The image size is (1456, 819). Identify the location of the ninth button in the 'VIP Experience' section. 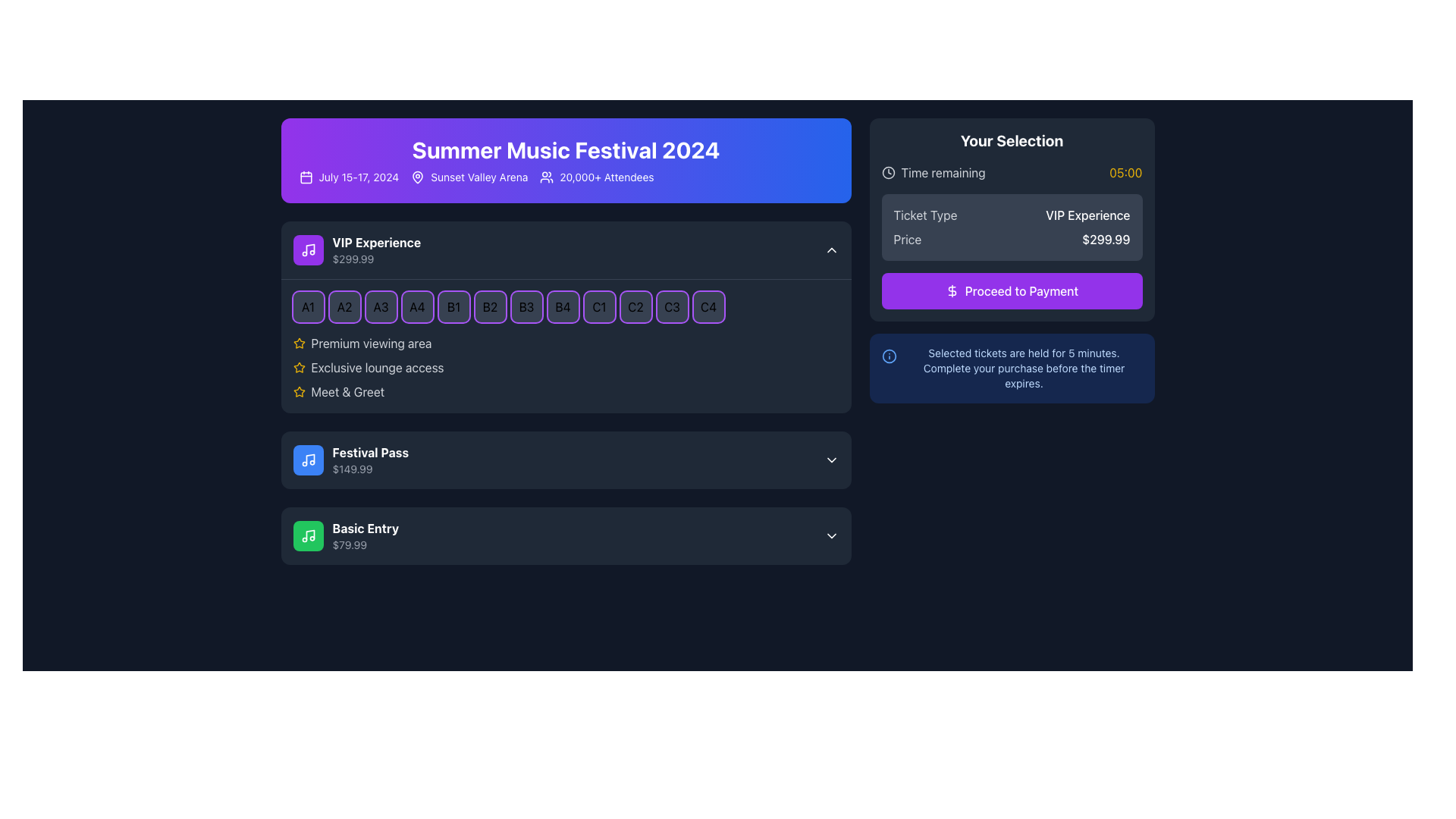
(598, 307).